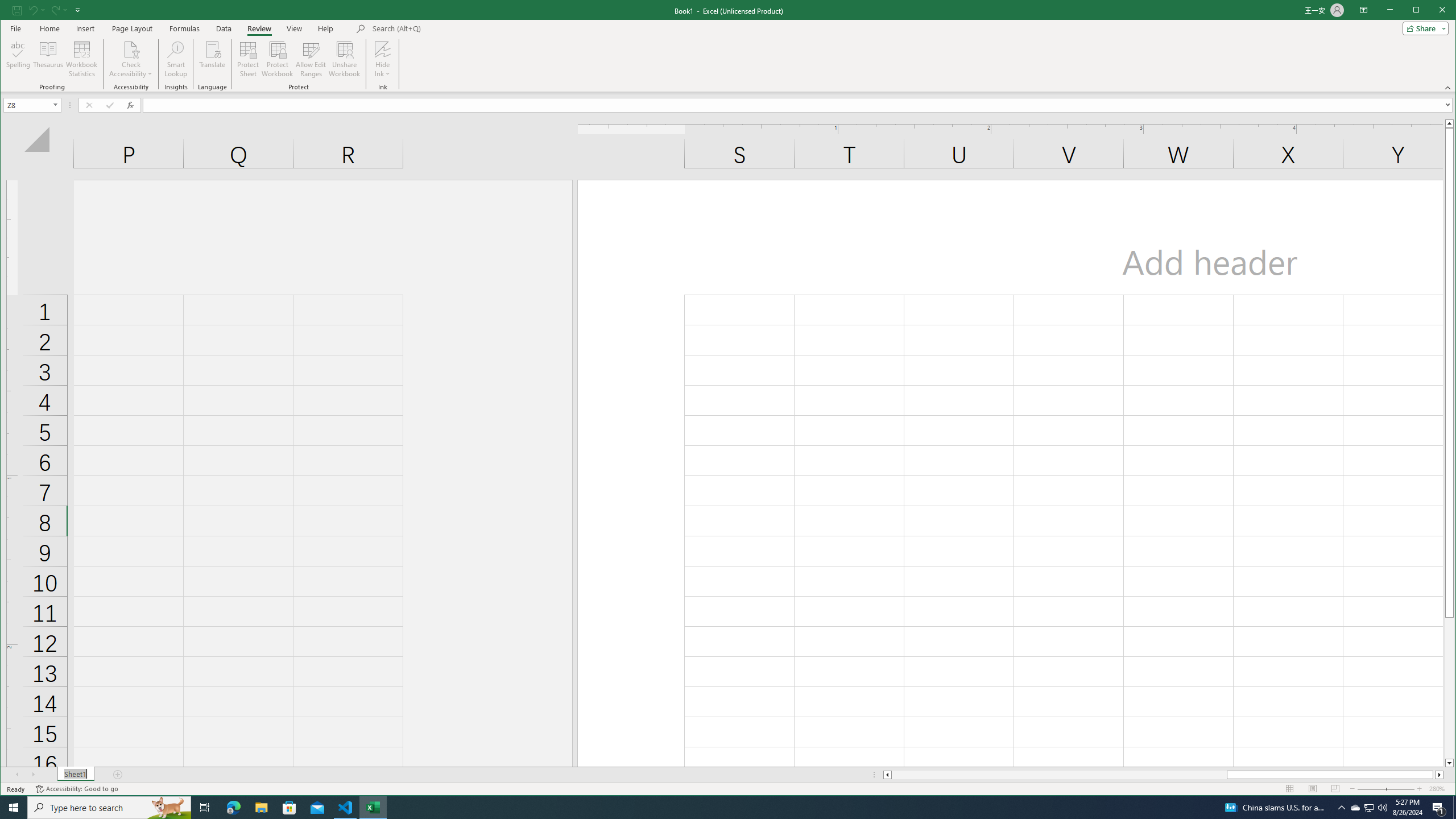 This screenshot has height=819, width=1456. I want to click on 'Visual Studio Code - 1 running window', so click(345, 806).